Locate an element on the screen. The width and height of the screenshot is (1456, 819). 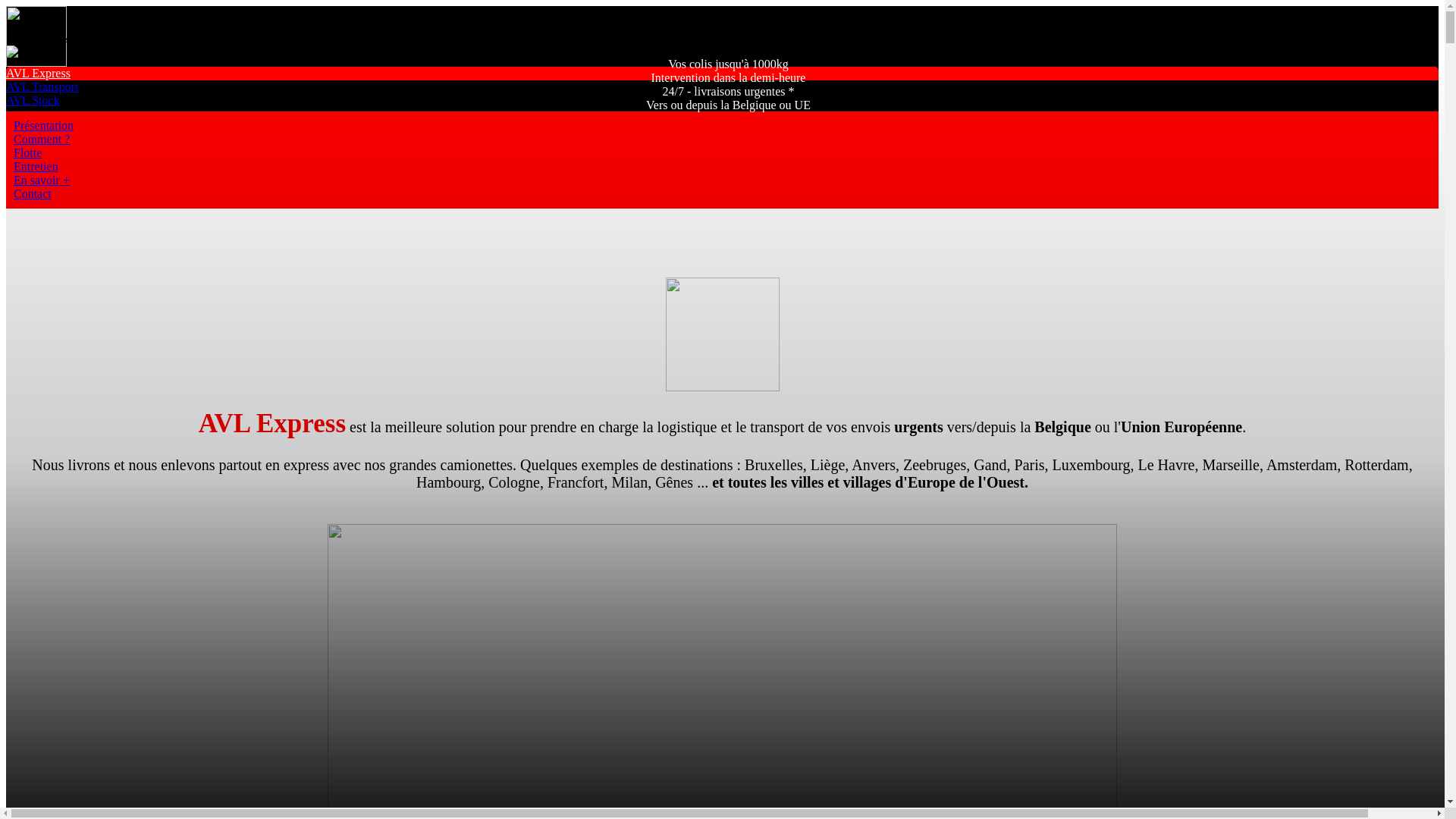
'Comment ?' is located at coordinates (14, 139).